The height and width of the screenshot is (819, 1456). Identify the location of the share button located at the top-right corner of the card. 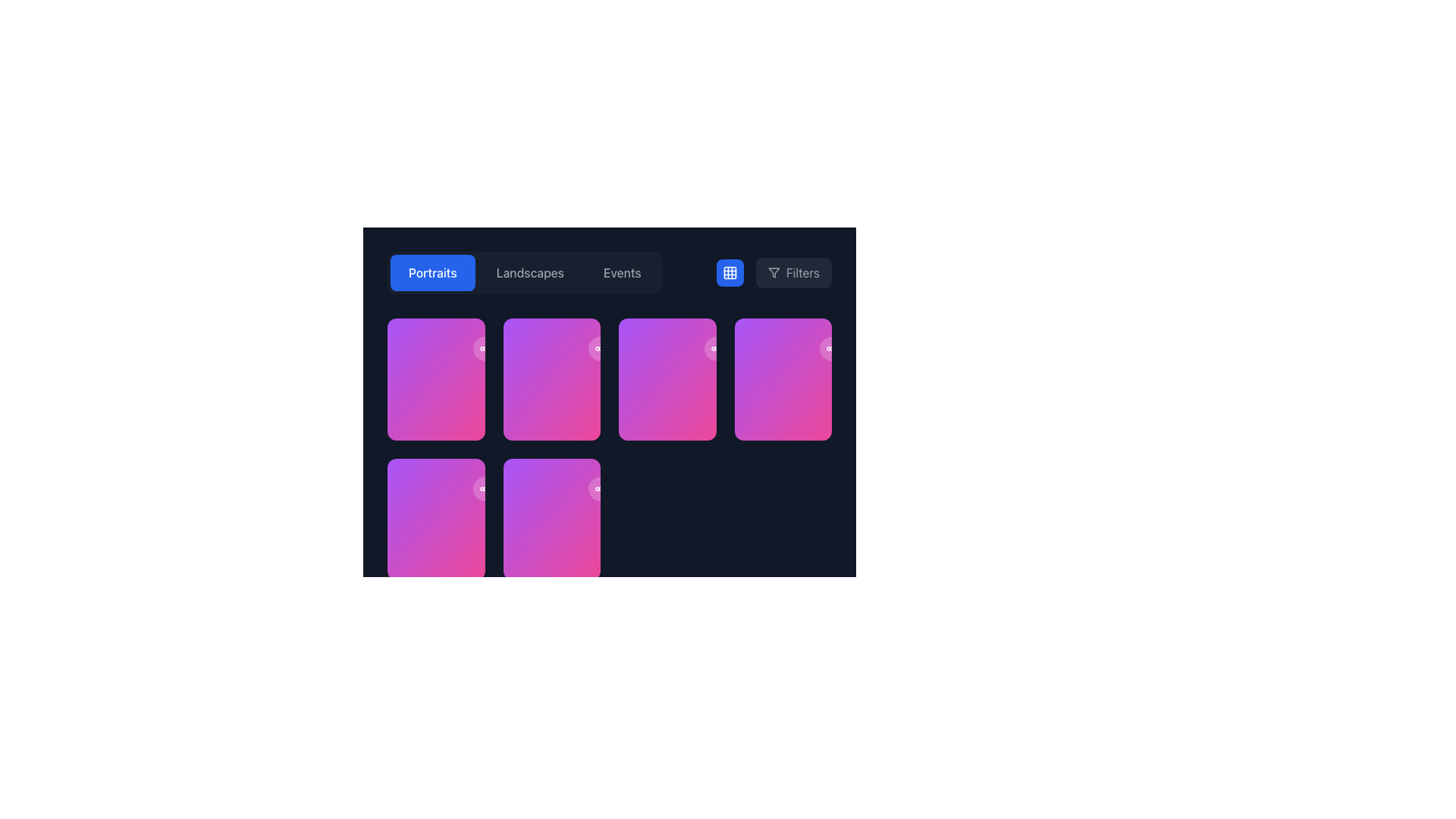
(831, 348).